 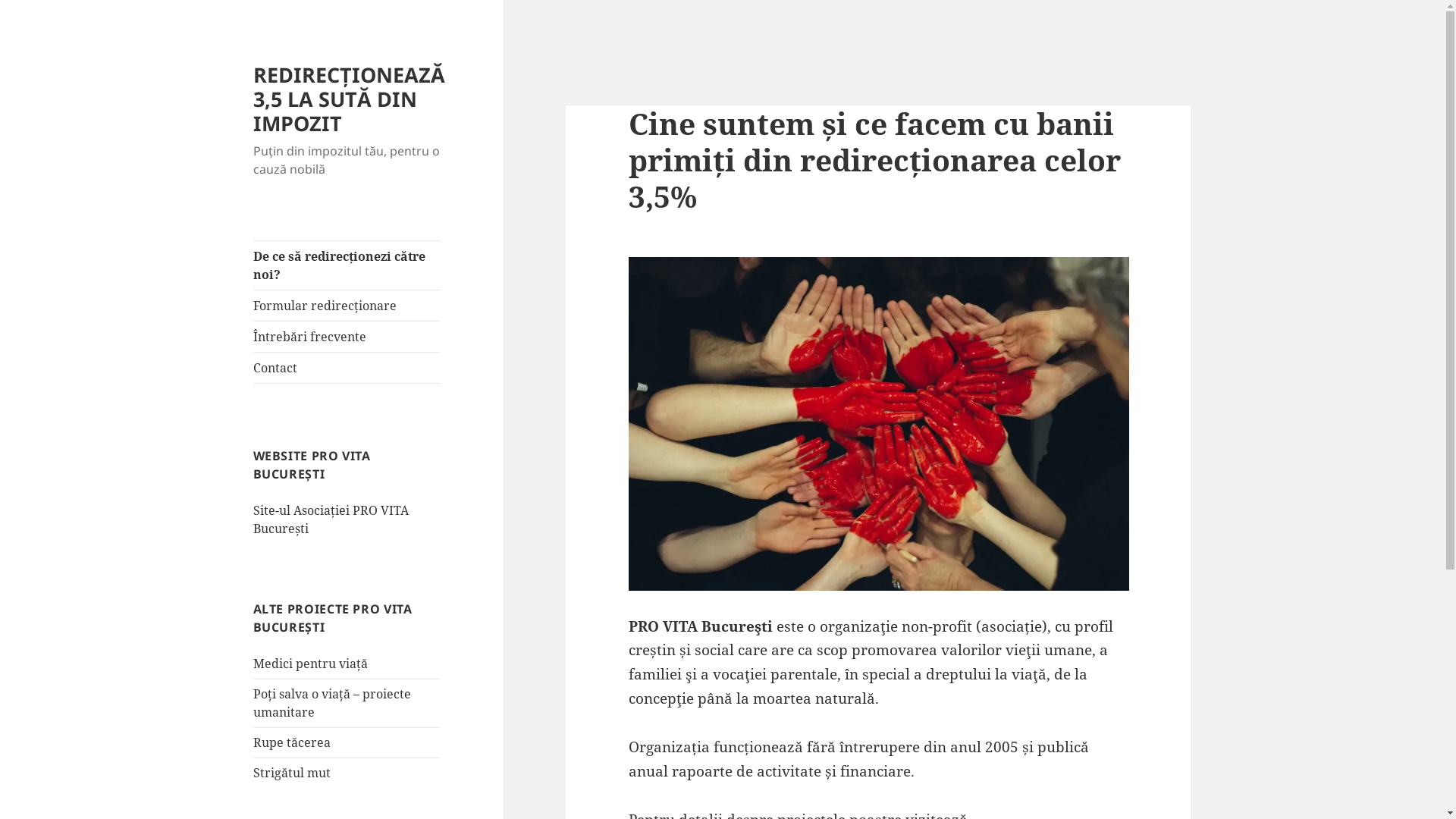 I want to click on 'Contact', so click(x=253, y=368).